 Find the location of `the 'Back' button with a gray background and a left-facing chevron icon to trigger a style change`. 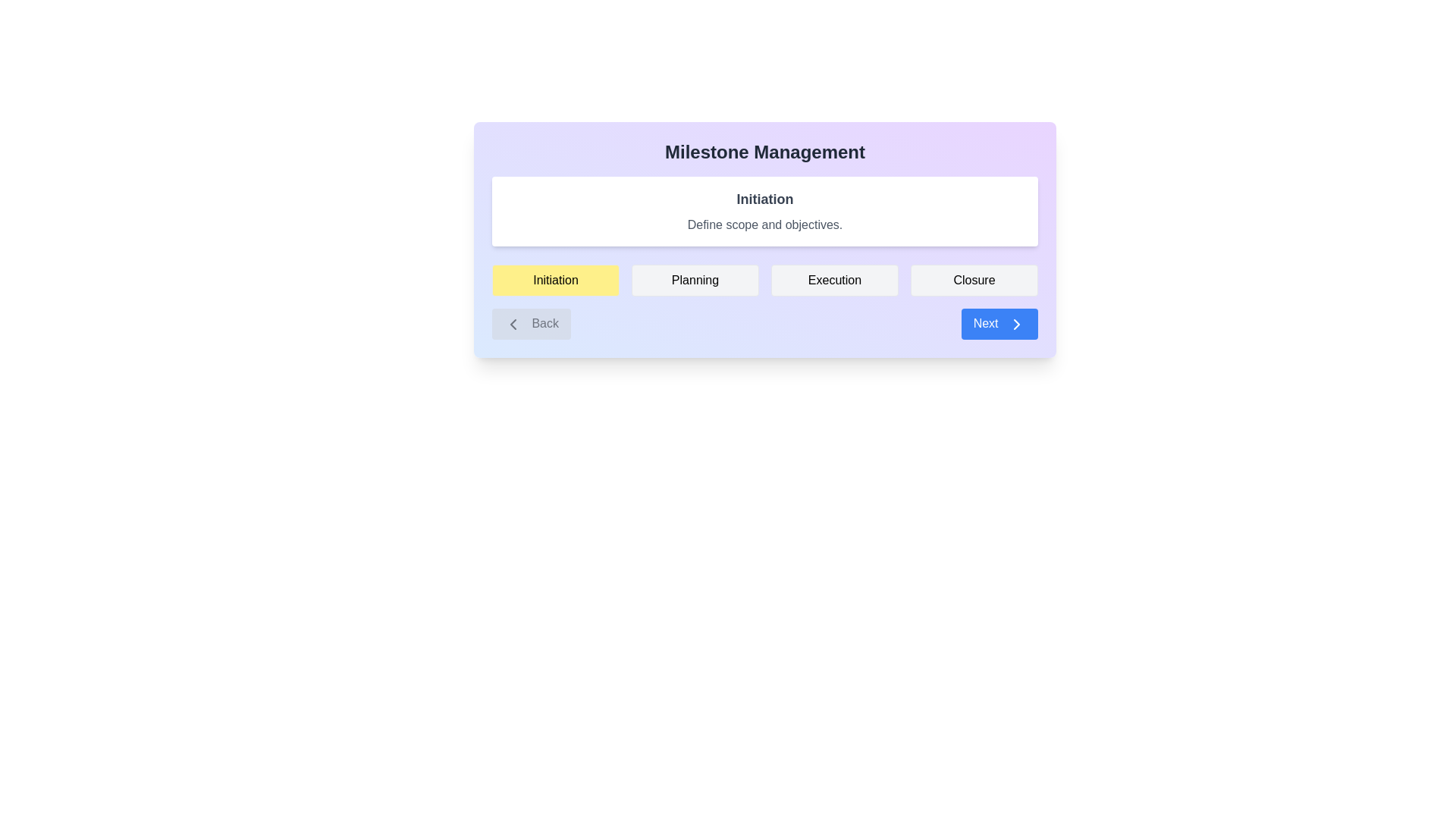

the 'Back' button with a gray background and a left-facing chevron icon to trigger a style change is located at coordinates (531, 323).